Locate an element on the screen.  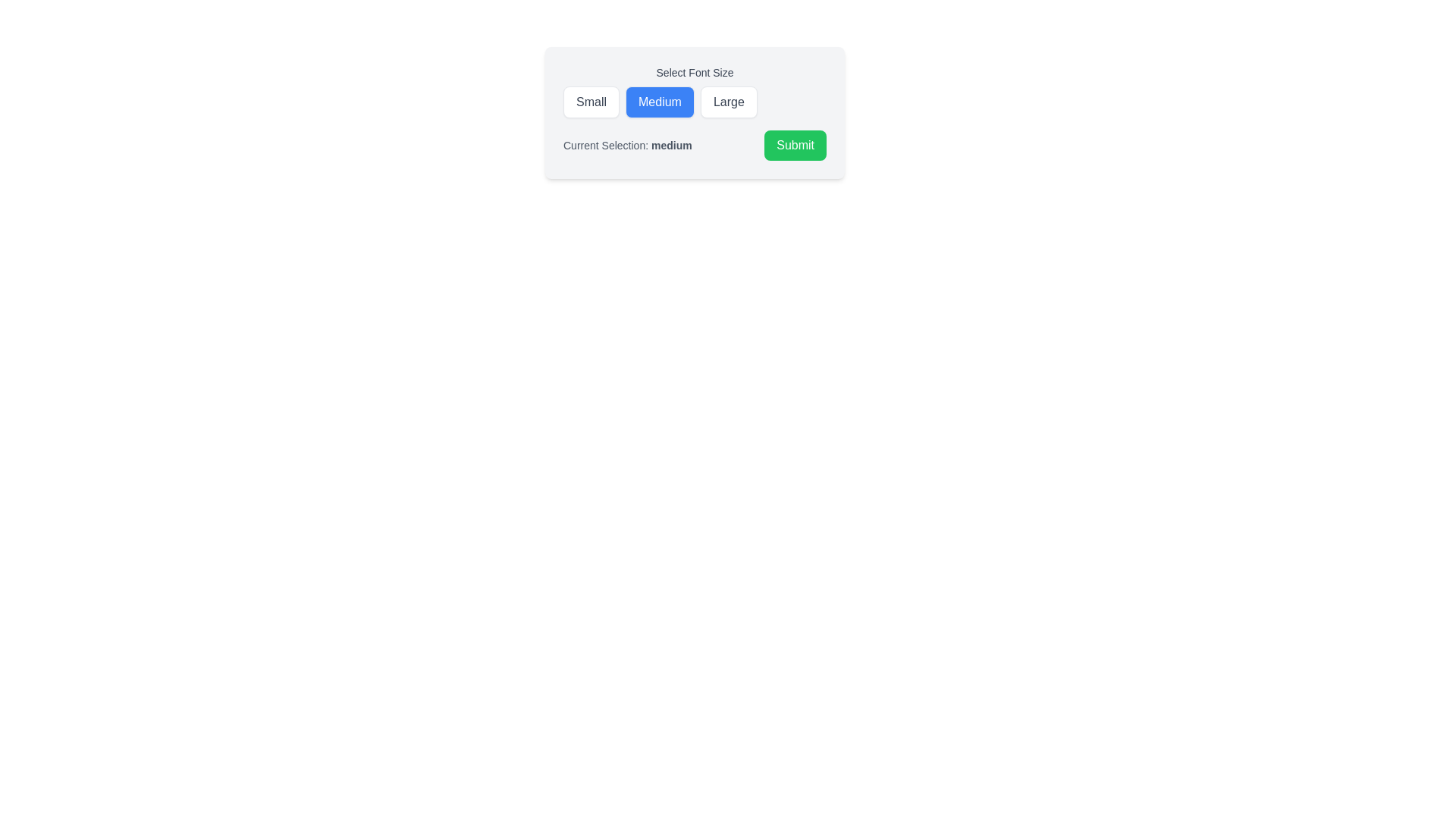
the font size selector buttons is located at coordinates (694, 91).